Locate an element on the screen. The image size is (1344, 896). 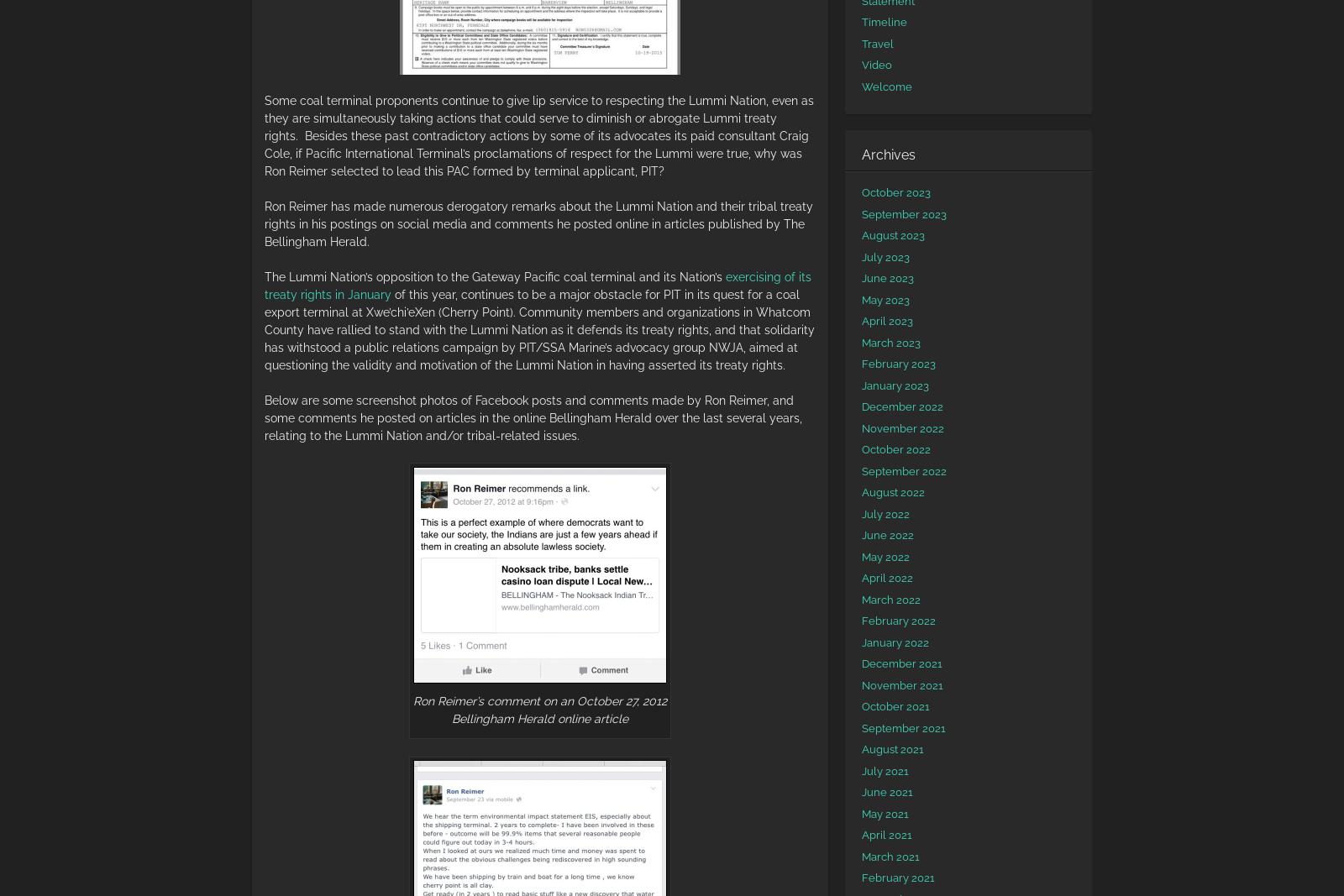
'December 2022' is located at coordinates (861, 406).